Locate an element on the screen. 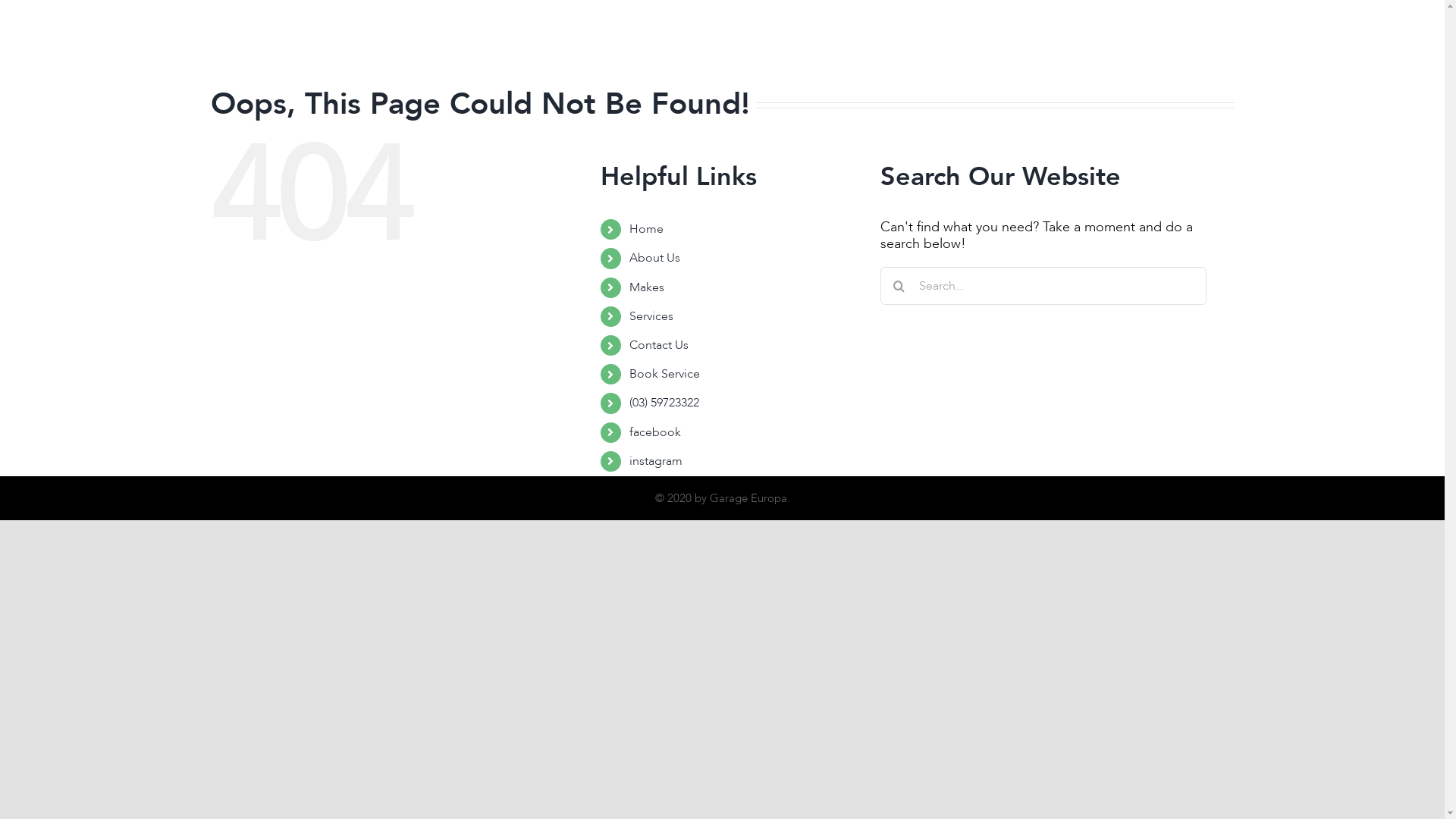  'Services' is located at coordinates (651, 315).